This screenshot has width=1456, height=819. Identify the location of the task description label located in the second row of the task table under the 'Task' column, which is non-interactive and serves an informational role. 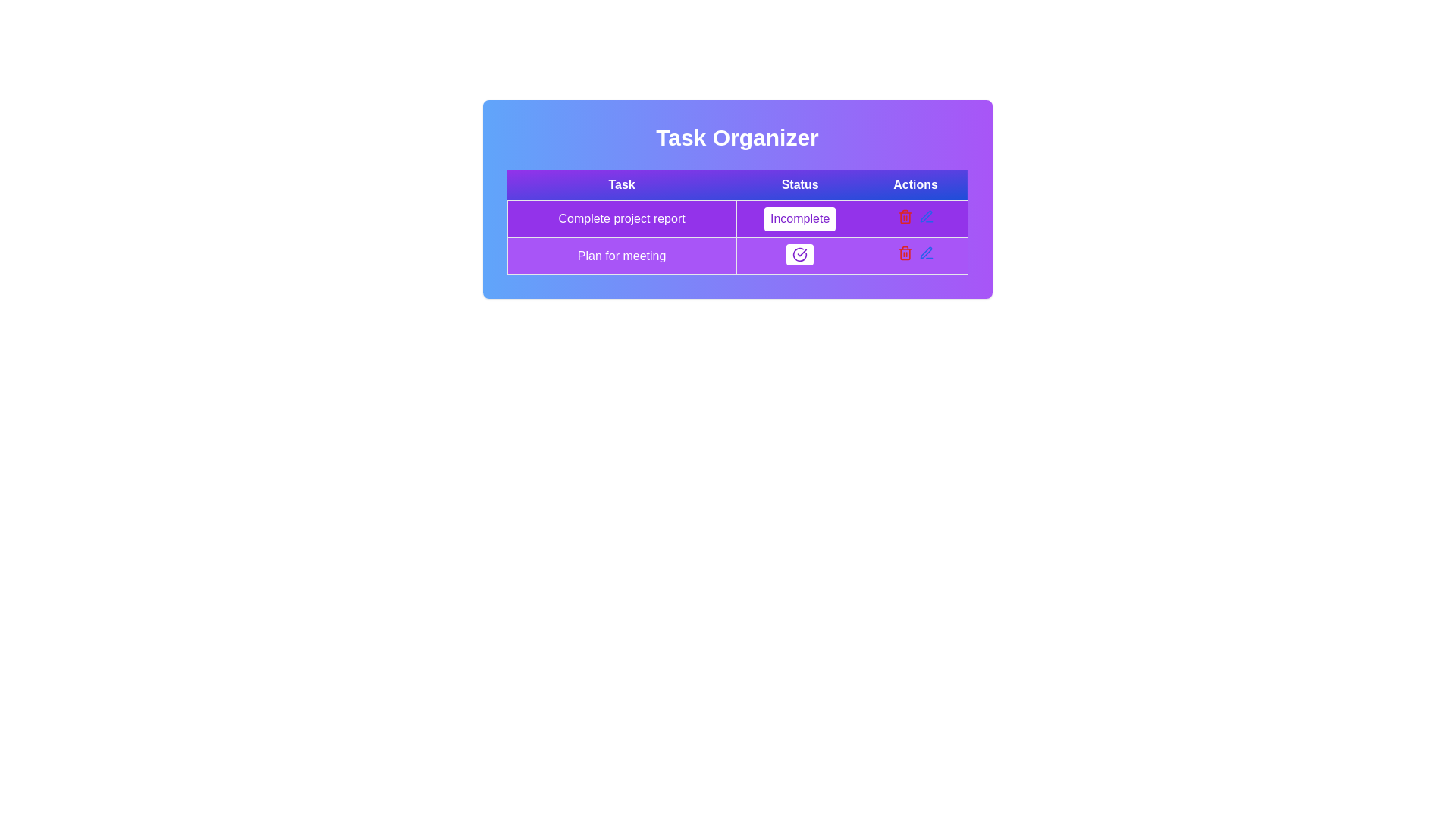
(622, 255).